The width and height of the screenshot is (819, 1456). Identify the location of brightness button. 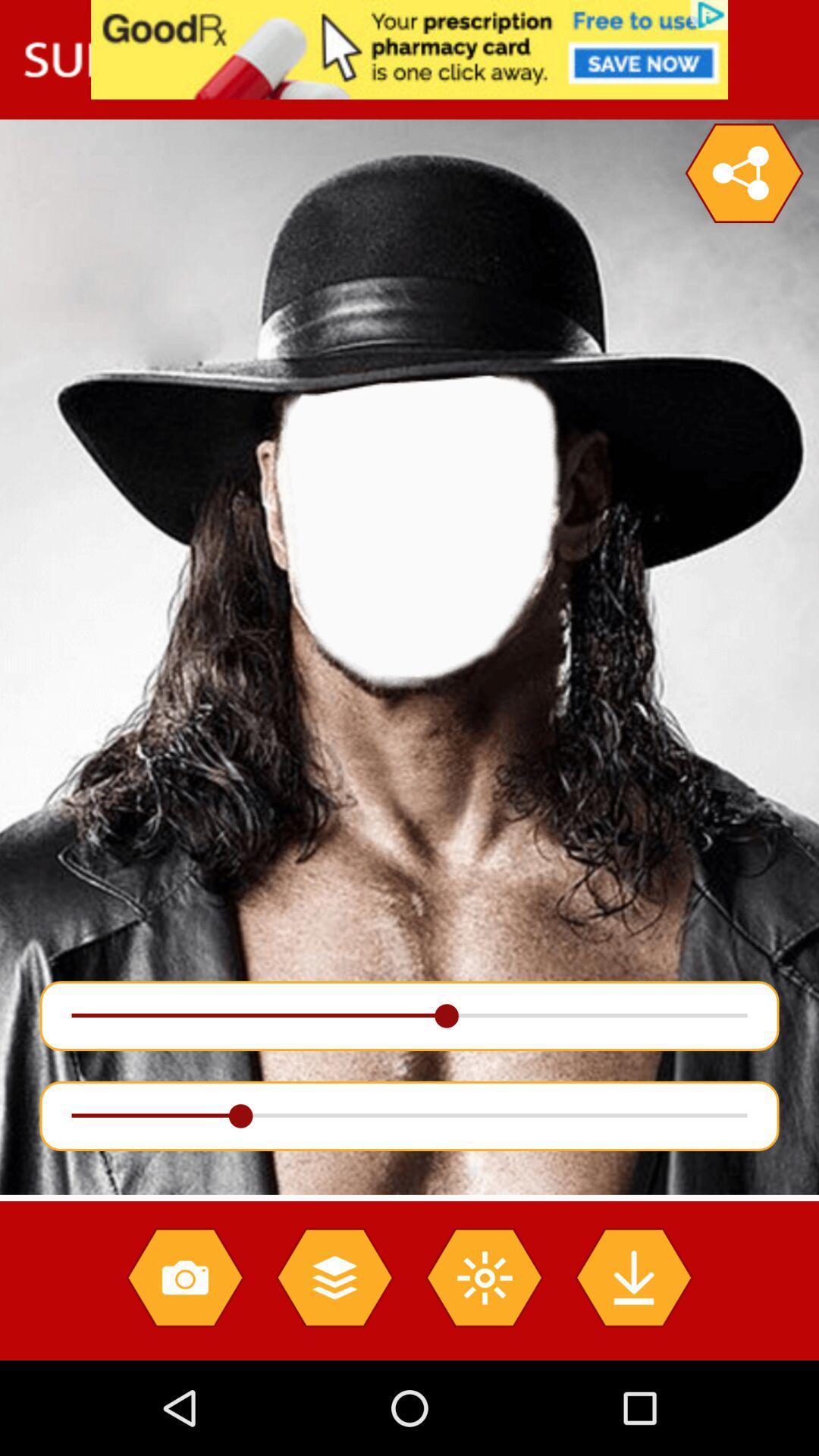
(484, 1276).